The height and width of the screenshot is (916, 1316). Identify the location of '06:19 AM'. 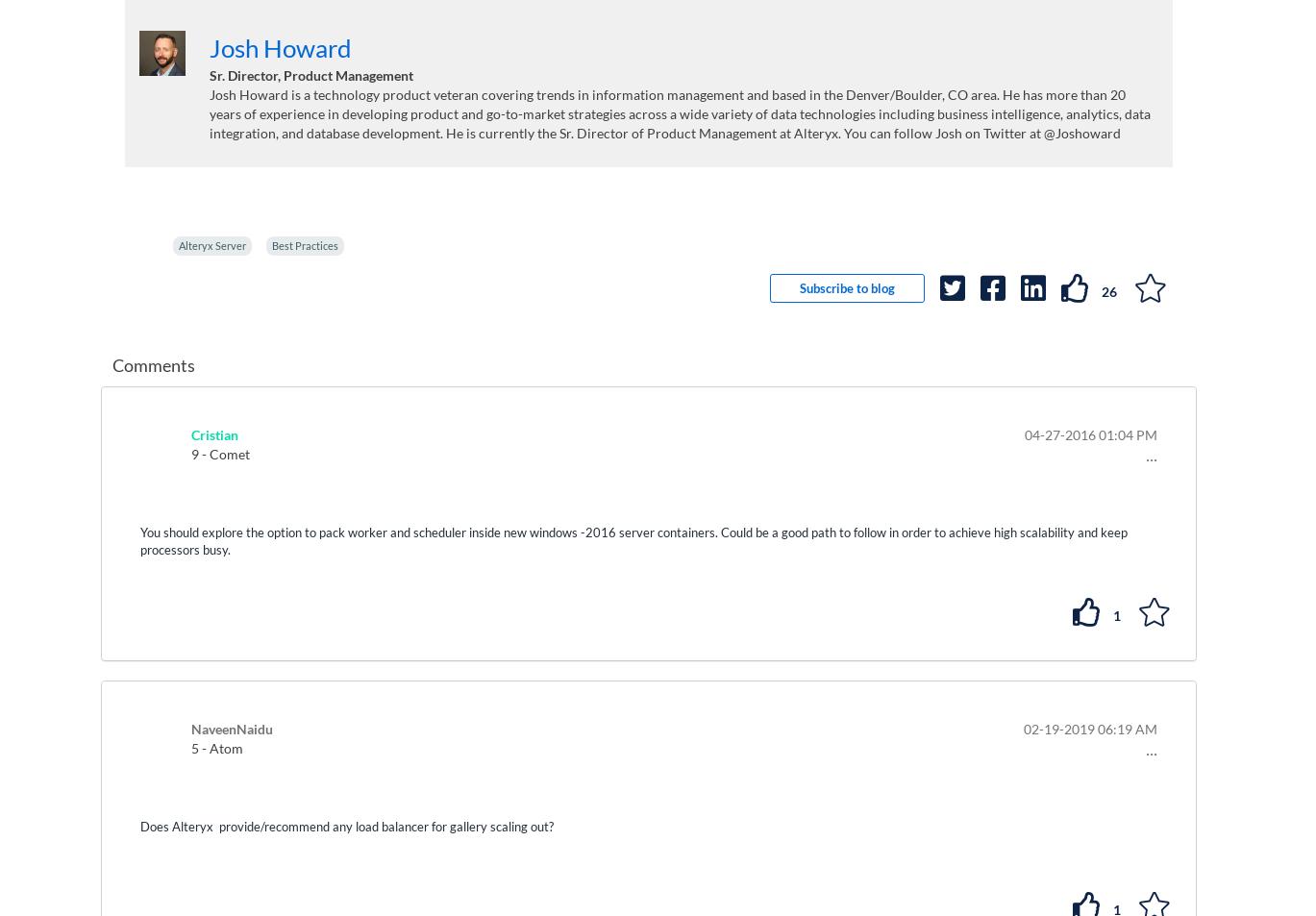
(1126, 728).